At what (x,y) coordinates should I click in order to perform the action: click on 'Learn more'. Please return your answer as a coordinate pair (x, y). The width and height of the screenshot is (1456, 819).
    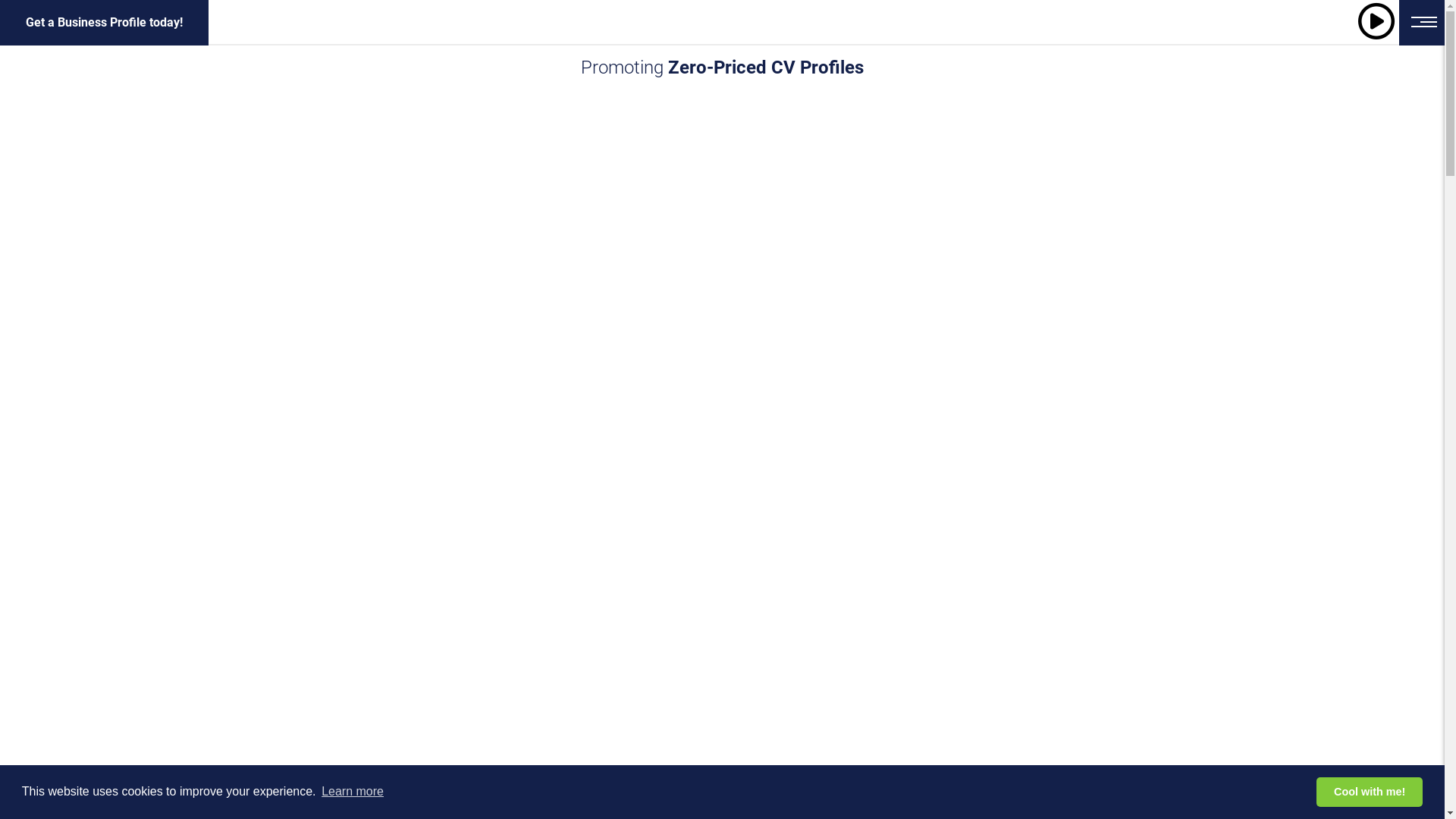
    Looking at the image, I should click on (352, 791).